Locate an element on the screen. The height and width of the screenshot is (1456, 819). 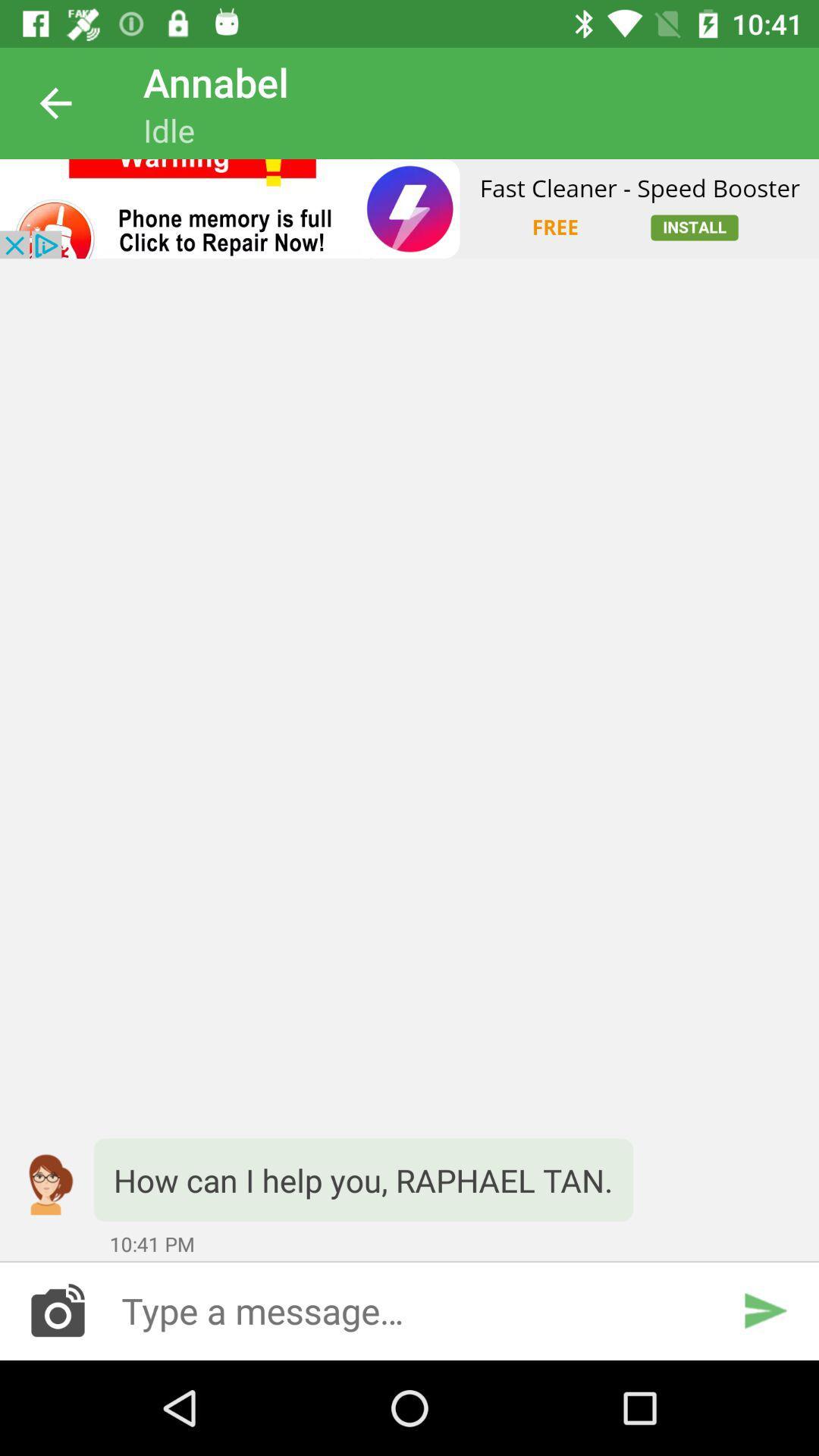
images is located at coordinates (57, 1310).